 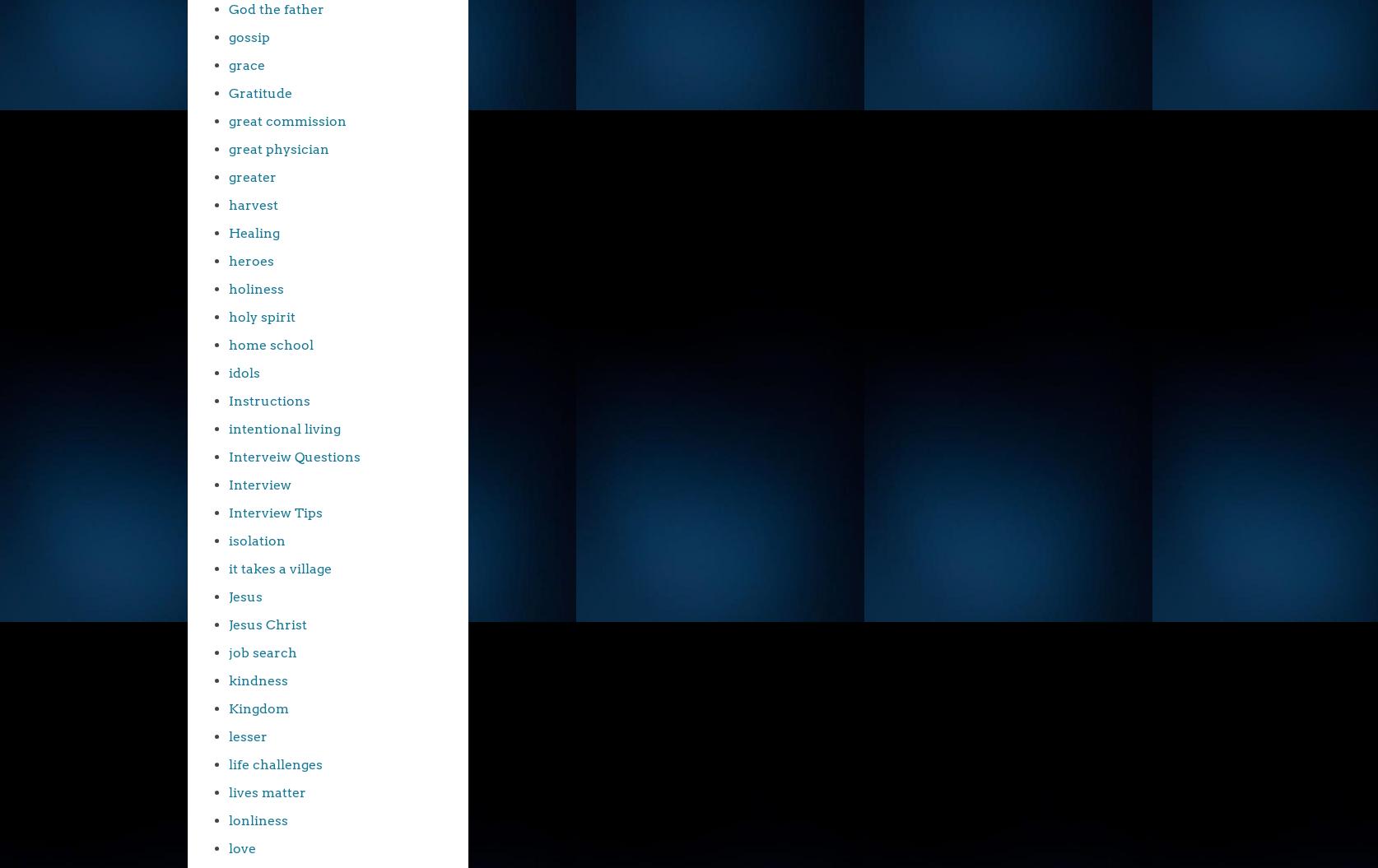 What do you see at coordinates (262, 317) in the screenshot?
I see `'holy spirit'` at bounding box center [262, 317].